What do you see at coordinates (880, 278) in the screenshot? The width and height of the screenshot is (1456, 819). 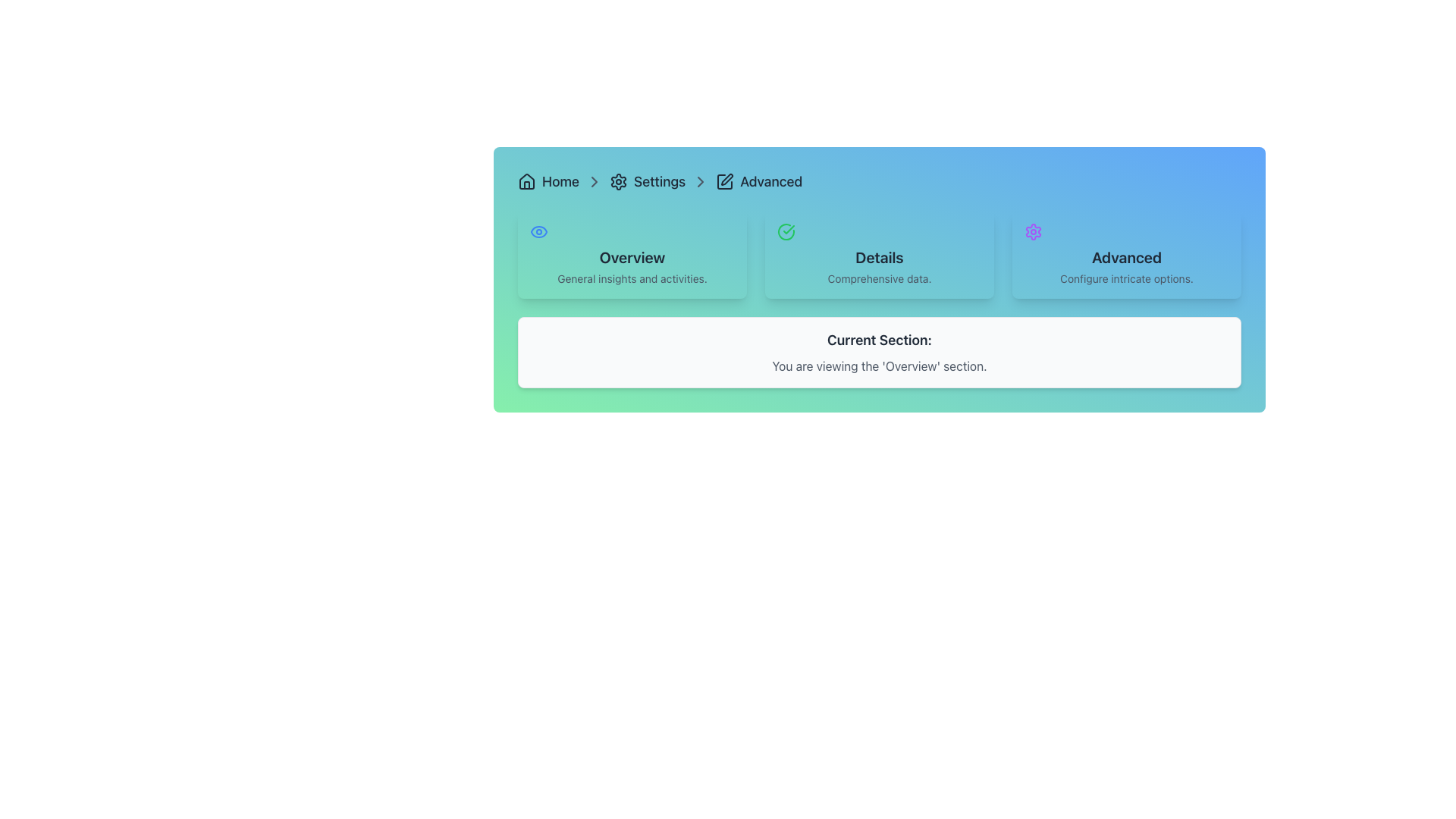 I see `the static text label reading 'Comprehensive data.' which is positioned below the bold text 'Details' within a shadowed rectangular card in the middle of a three-card layout` at bounding box center [880, 278].